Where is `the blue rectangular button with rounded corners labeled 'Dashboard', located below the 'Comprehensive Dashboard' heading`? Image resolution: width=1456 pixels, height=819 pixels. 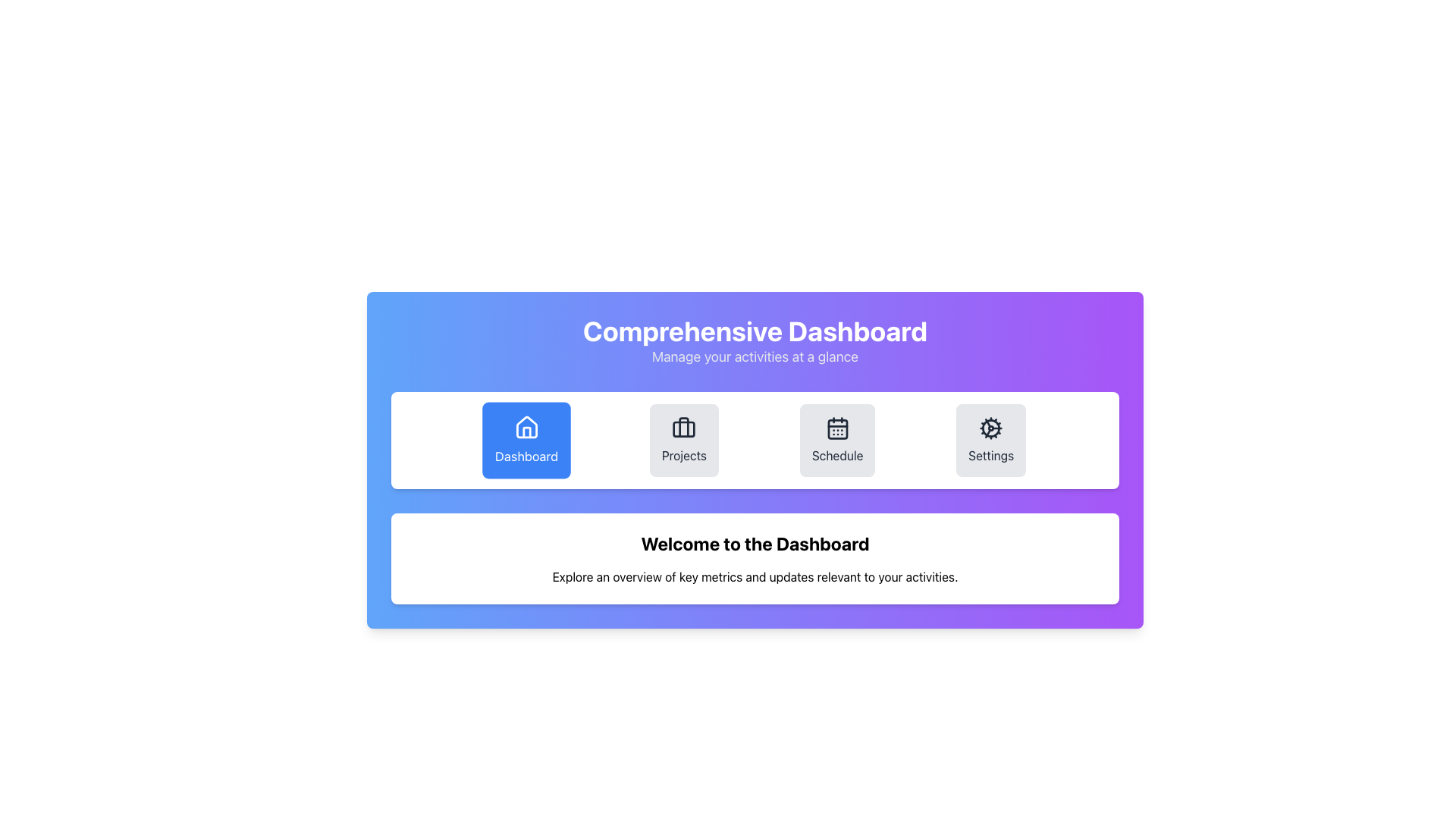
the blue rectangular button with rounded corners labeled 'Dashboard', located below the 'Comprehensive Dashboard' heading is located at coordinates (526, 441).